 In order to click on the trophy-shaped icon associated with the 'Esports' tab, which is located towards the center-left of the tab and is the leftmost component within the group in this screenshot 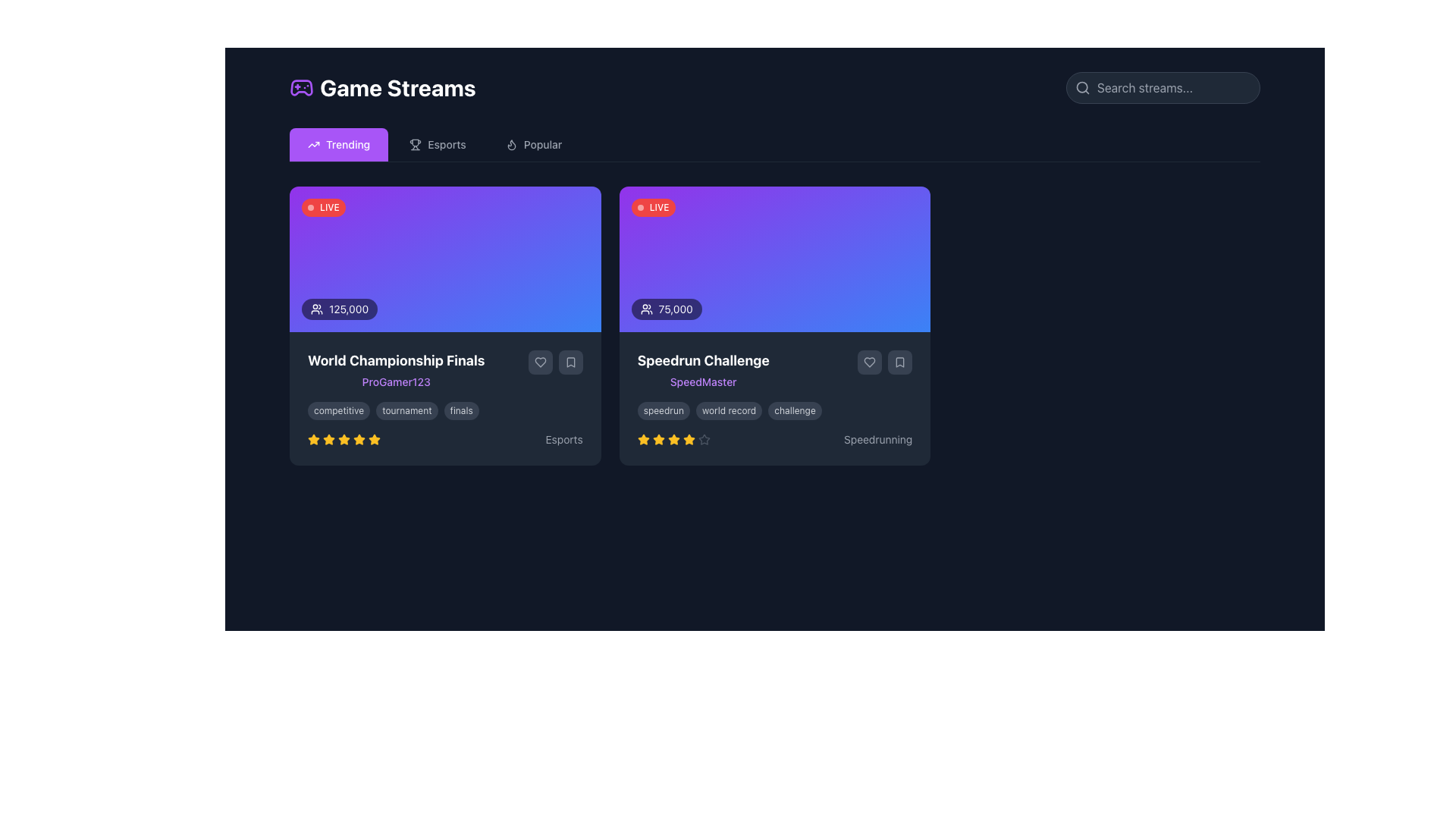, I will do `click(416, 145)`.